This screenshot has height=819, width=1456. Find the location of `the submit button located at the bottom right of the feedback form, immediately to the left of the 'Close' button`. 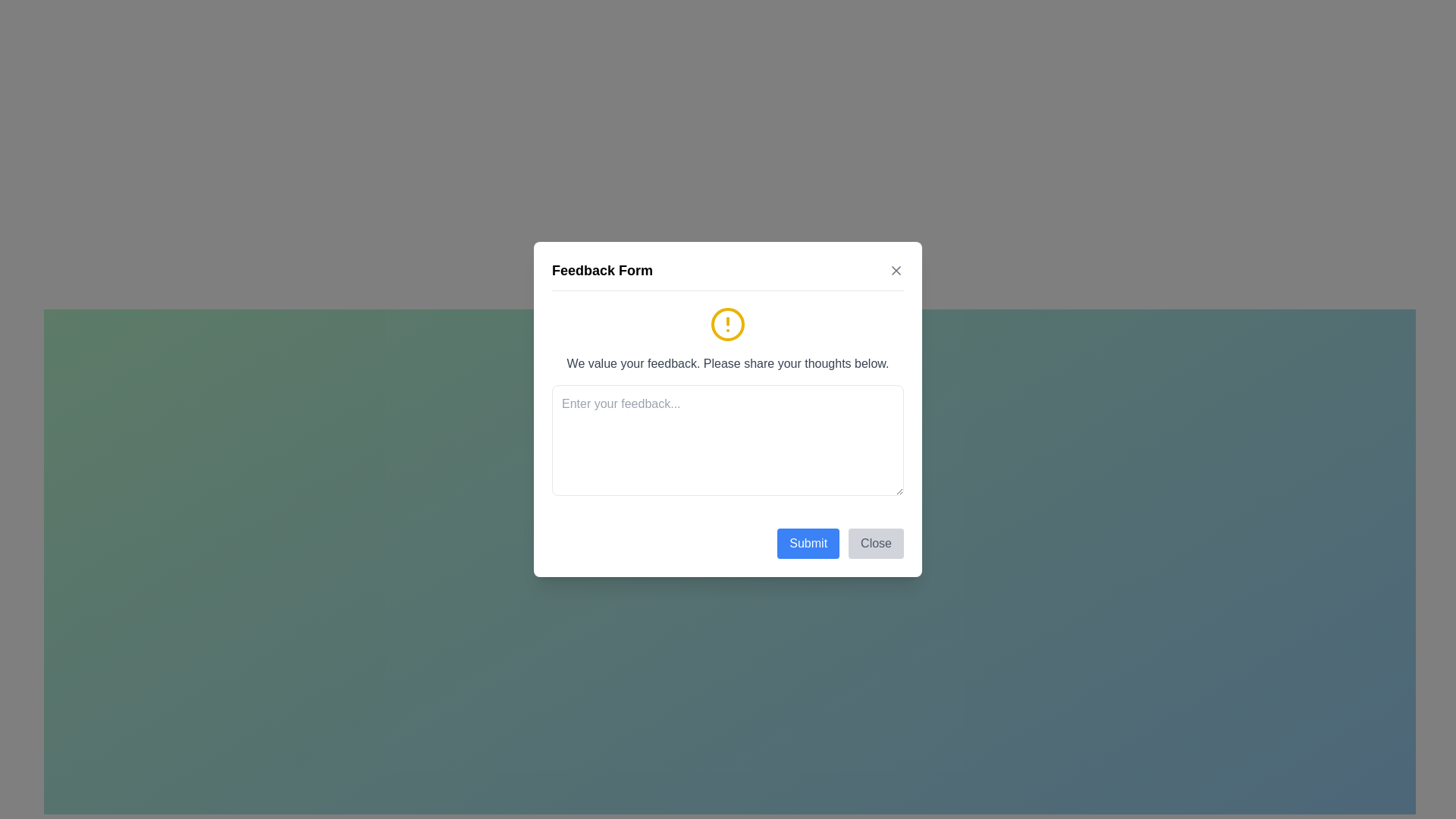

the submit button located at the bottom right of the feedback form, immediately to the left of the 'Close' button is located at coordinates (808, 543).